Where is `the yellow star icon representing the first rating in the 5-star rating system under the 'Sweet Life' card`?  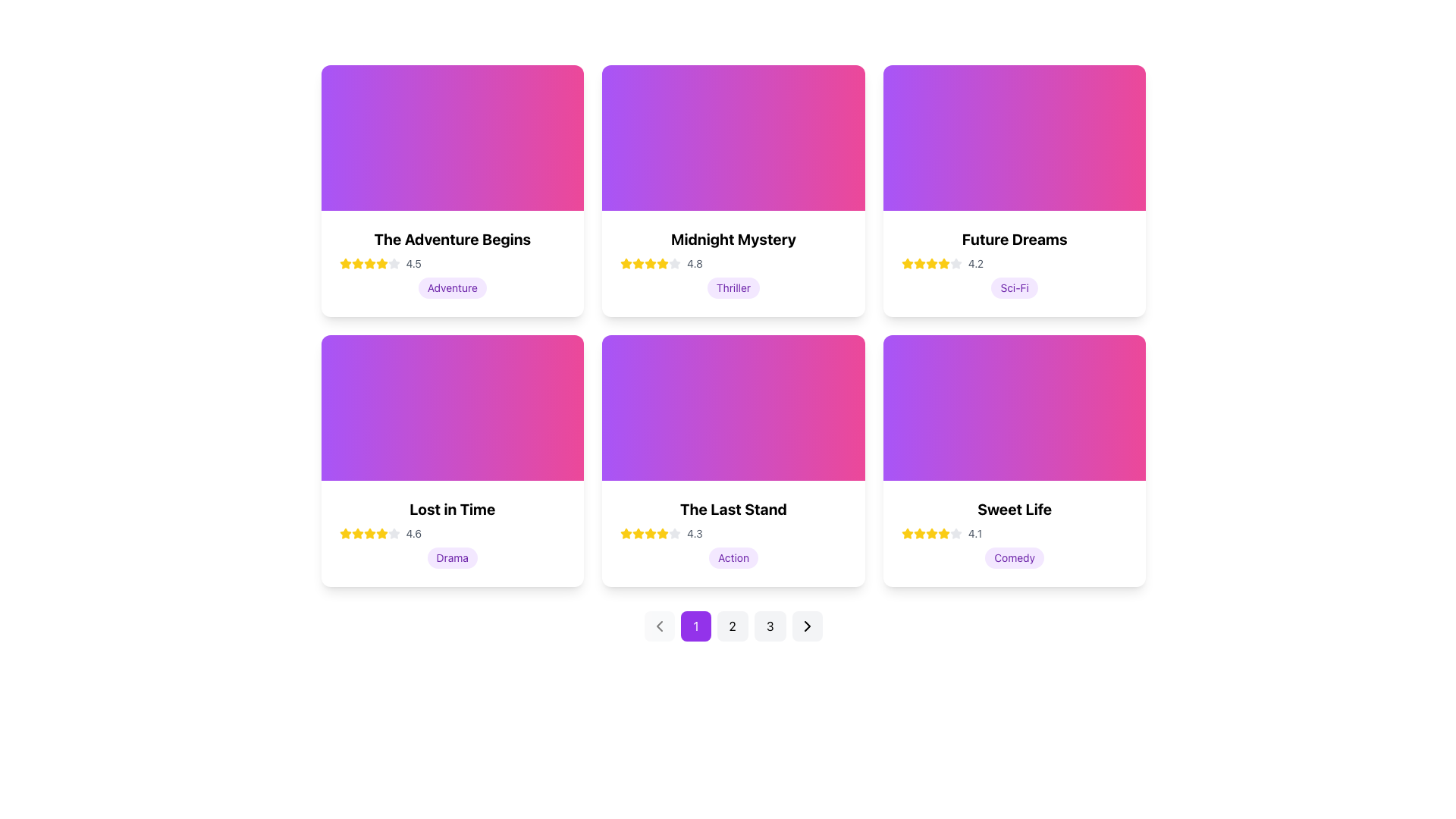
the yellow star icon representing the first rating in the 5-star rating system under the 'Sweet Life' card is located at coordinates (918, 532).